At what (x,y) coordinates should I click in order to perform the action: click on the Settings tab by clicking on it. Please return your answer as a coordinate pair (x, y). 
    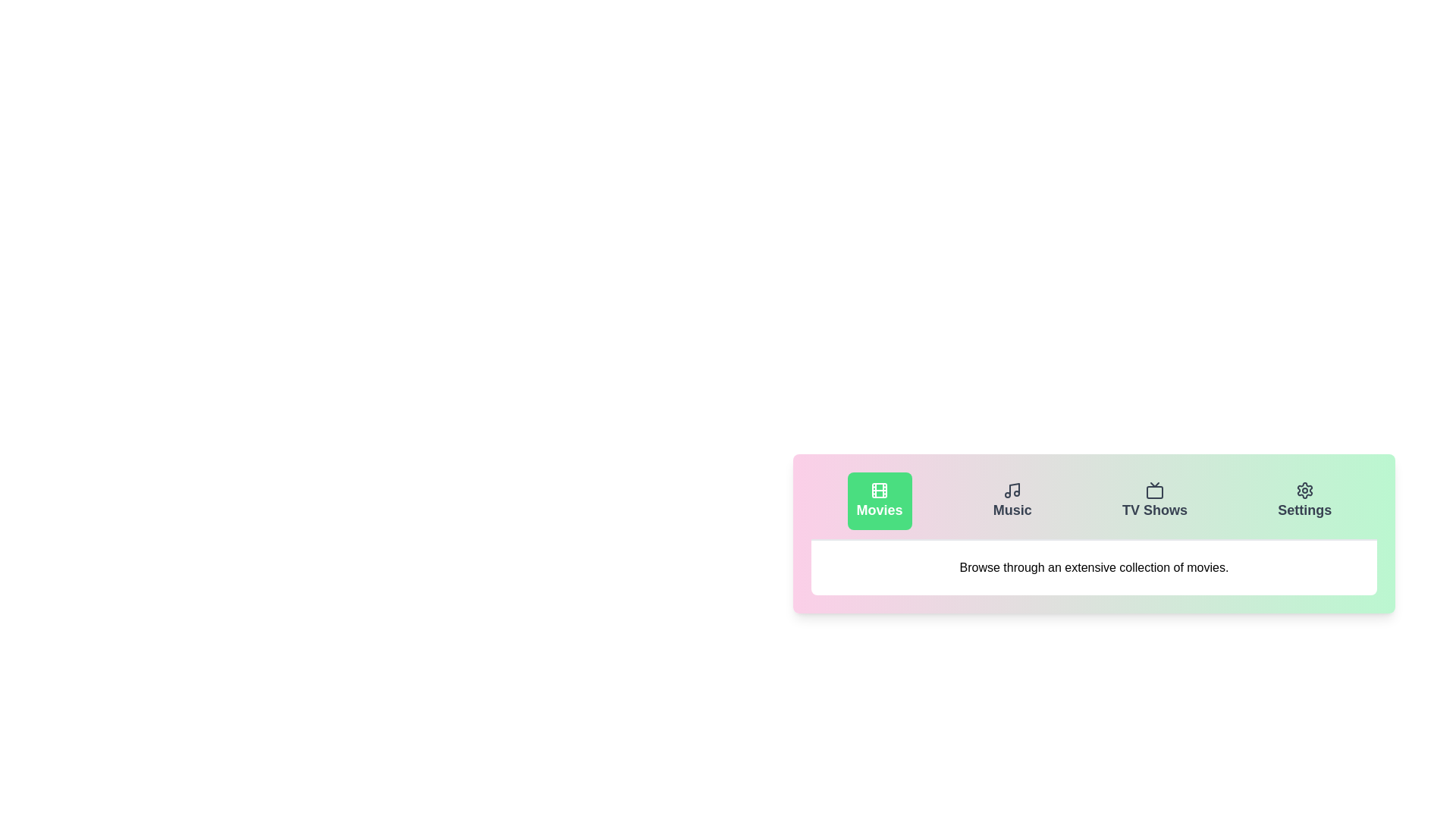
    Looking at the image, I should click on (1304, 500).